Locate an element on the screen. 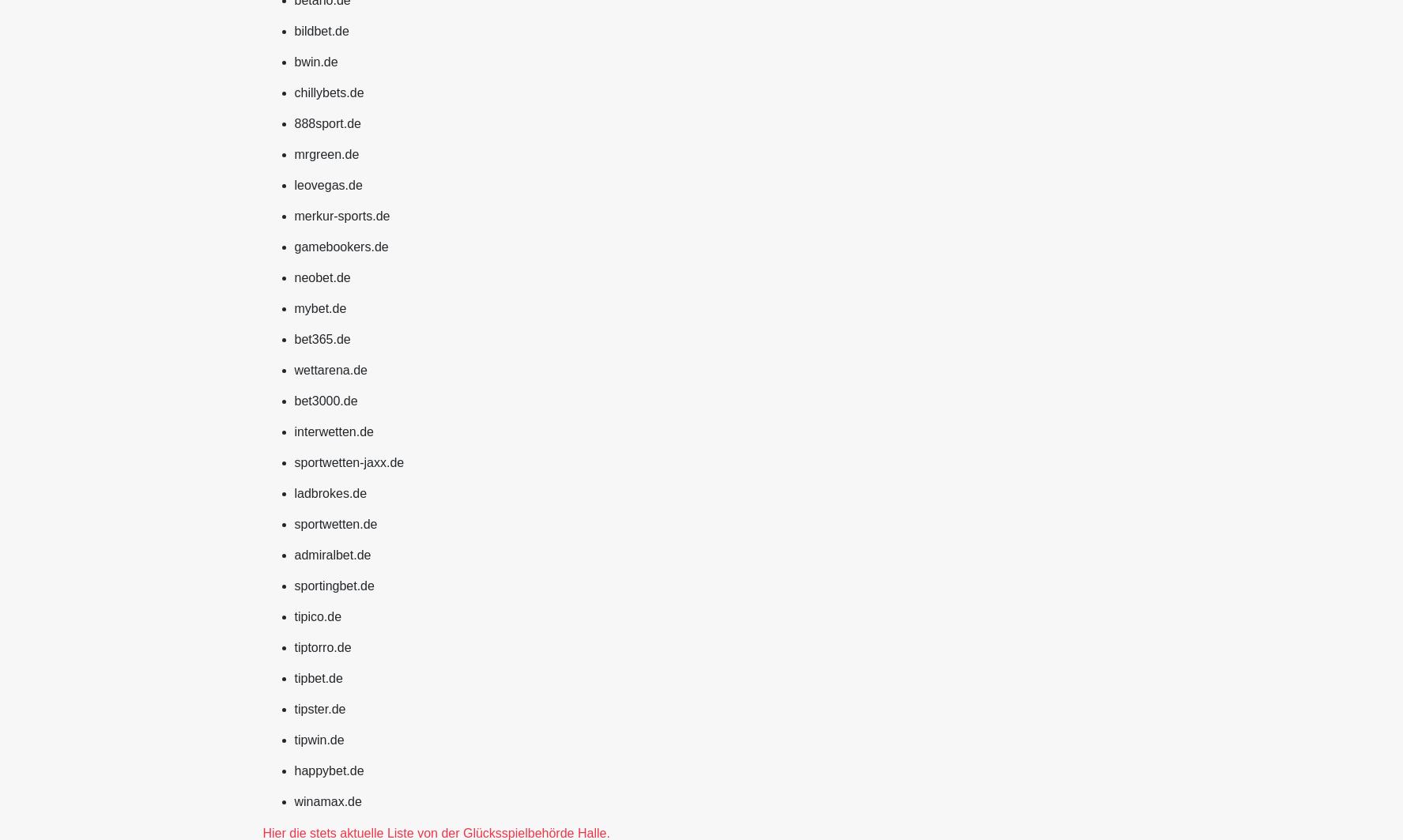  'bildbet.de' is located at coordinates (321, 30).